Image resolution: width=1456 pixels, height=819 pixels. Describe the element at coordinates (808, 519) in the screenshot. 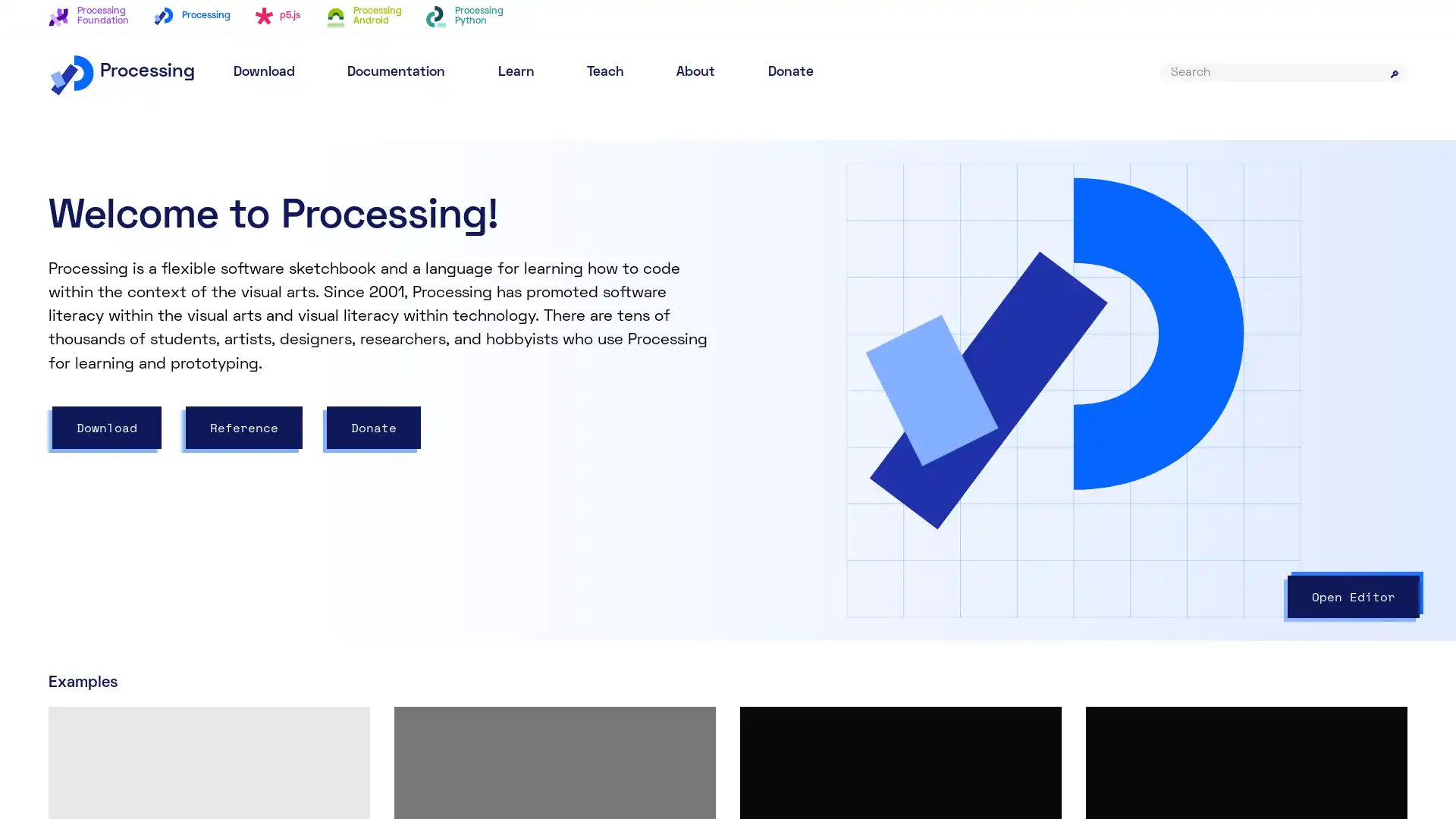

I see `change position` at that location.